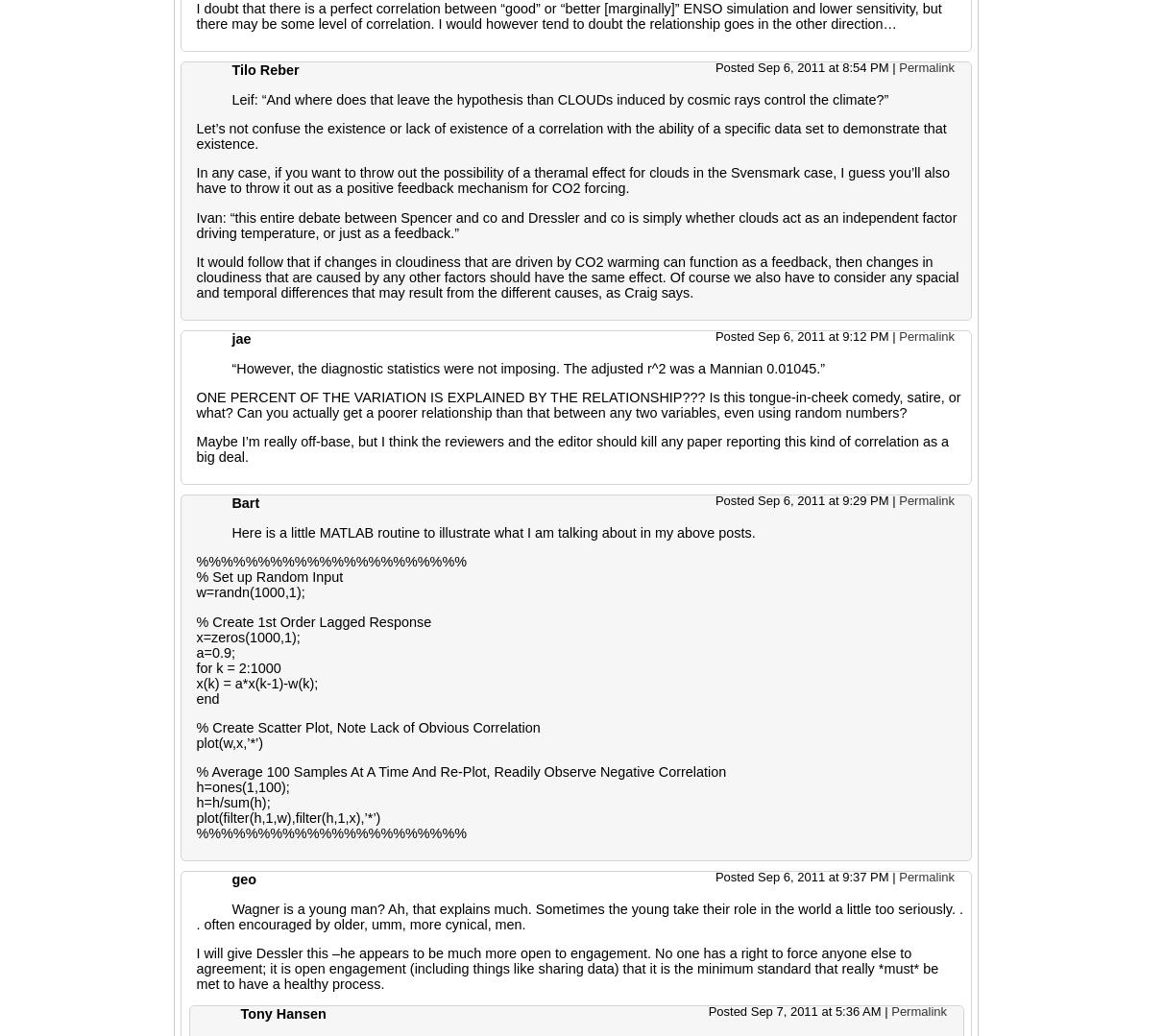 The height and width of the screenshot is (1036, 1164). What do you see at coordinates (578, 916) in the screenshot?
I see `'Wagner is a young man? Ah, that explains much. Sometimes the young take their role in the world a little too seriously. . . often encouraged by older, umm, more cynical, men.'` at bounding box center [578, 916].